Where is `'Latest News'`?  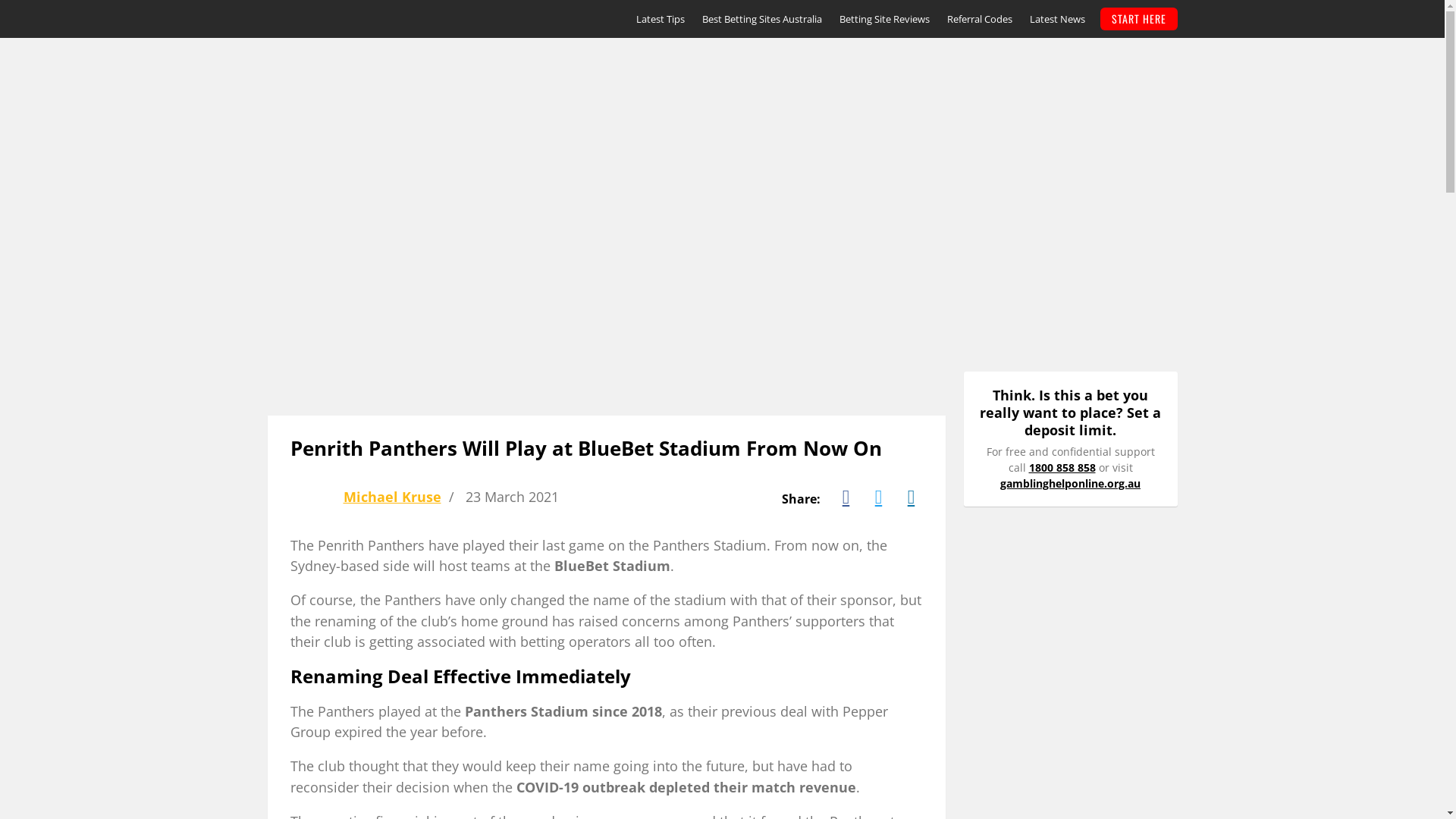
'Latest News' is located at coordinates (1056, 18).